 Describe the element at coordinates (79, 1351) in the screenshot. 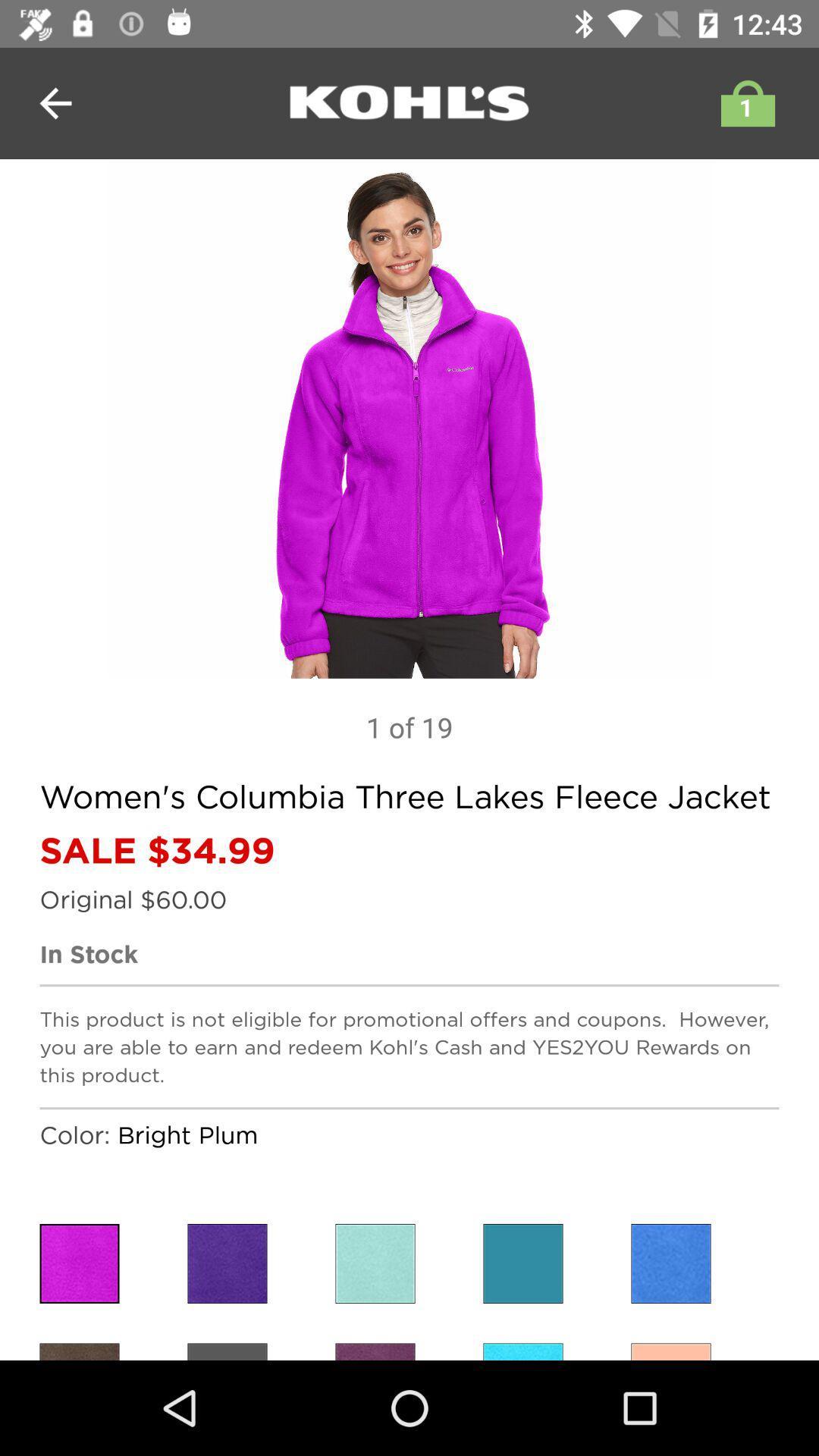

I see `plum color` at that location.